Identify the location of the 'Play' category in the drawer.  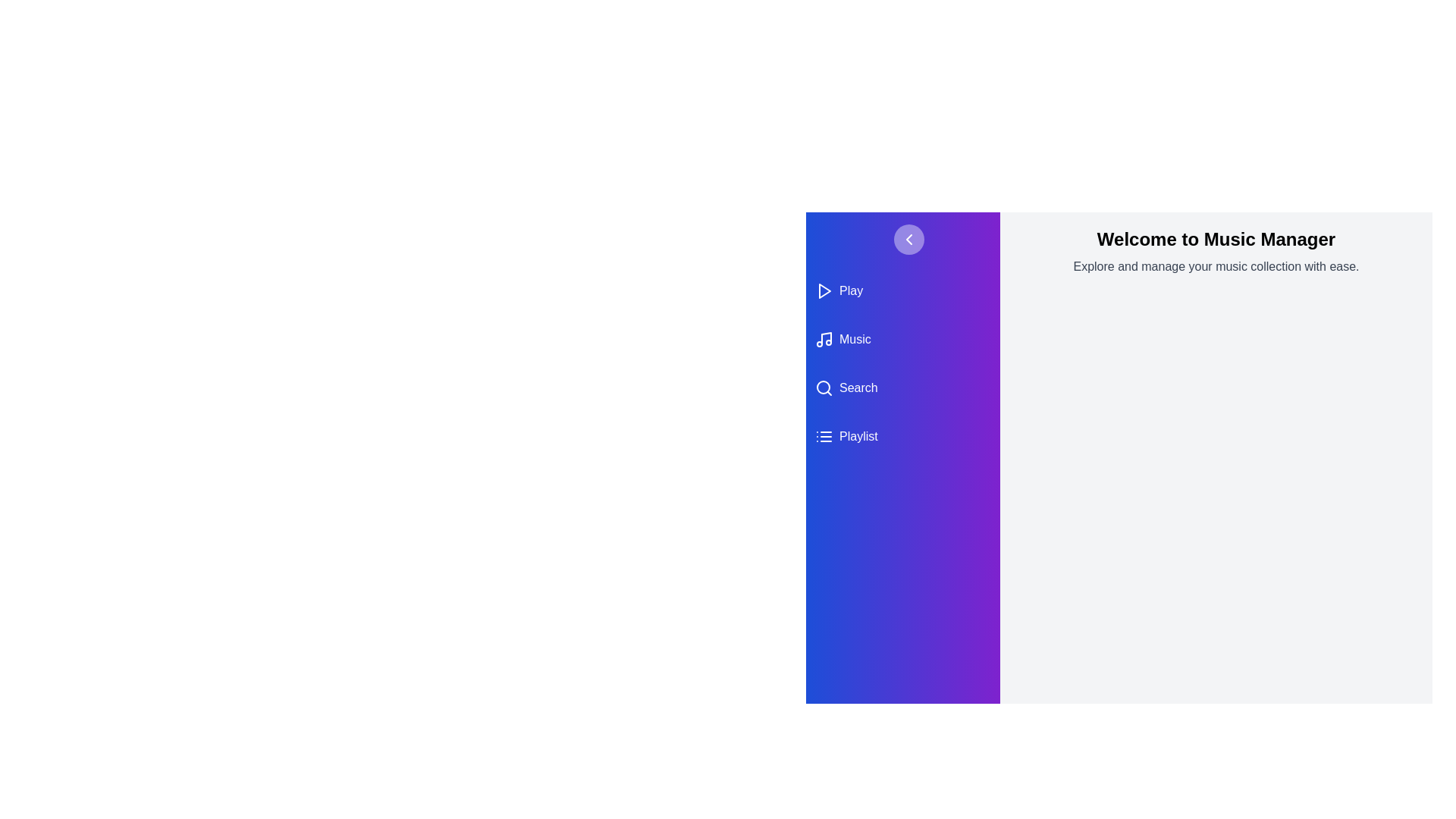
(902, 291).